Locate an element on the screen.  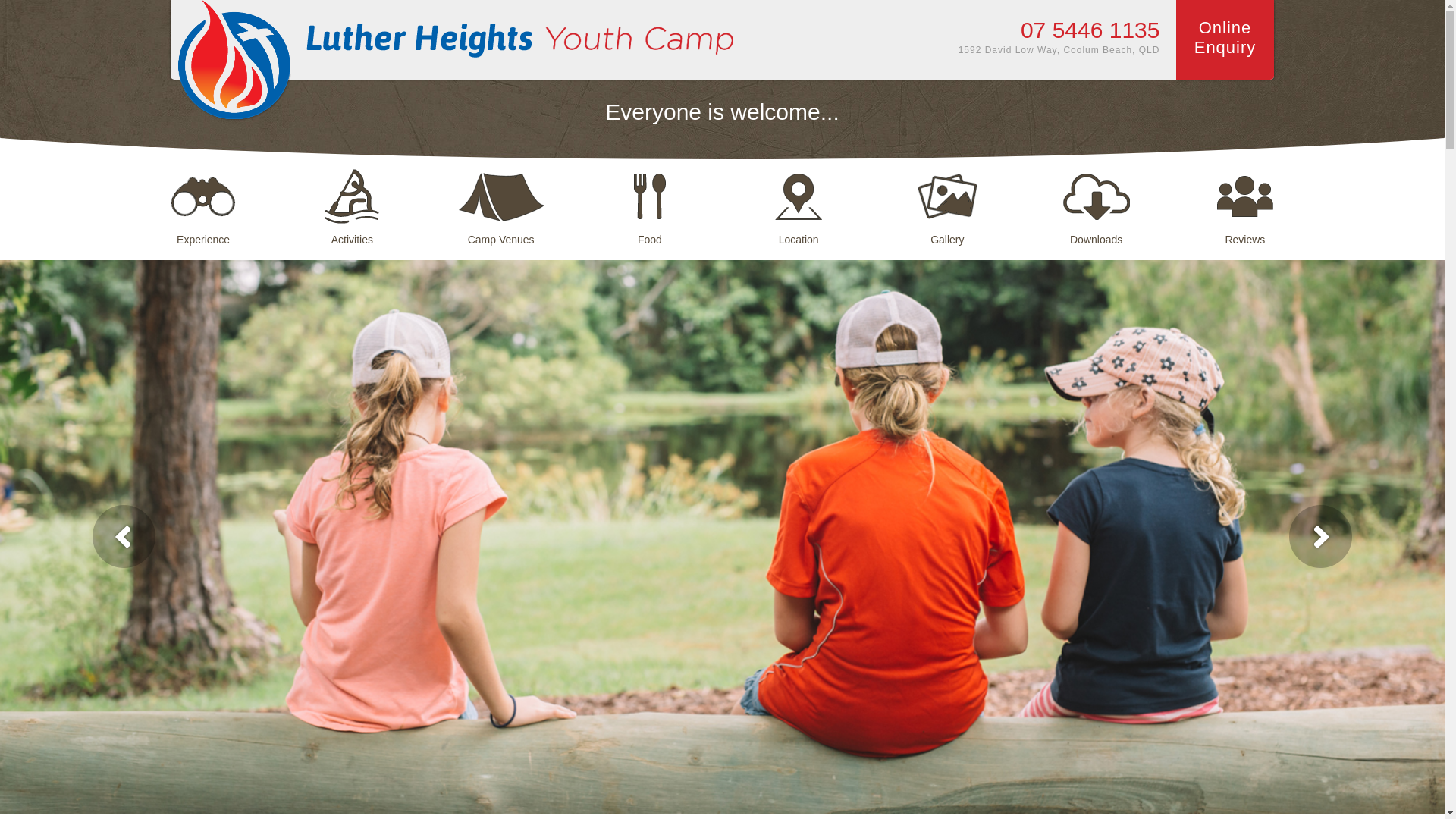
'Food' is located at coordinates (650, 198).